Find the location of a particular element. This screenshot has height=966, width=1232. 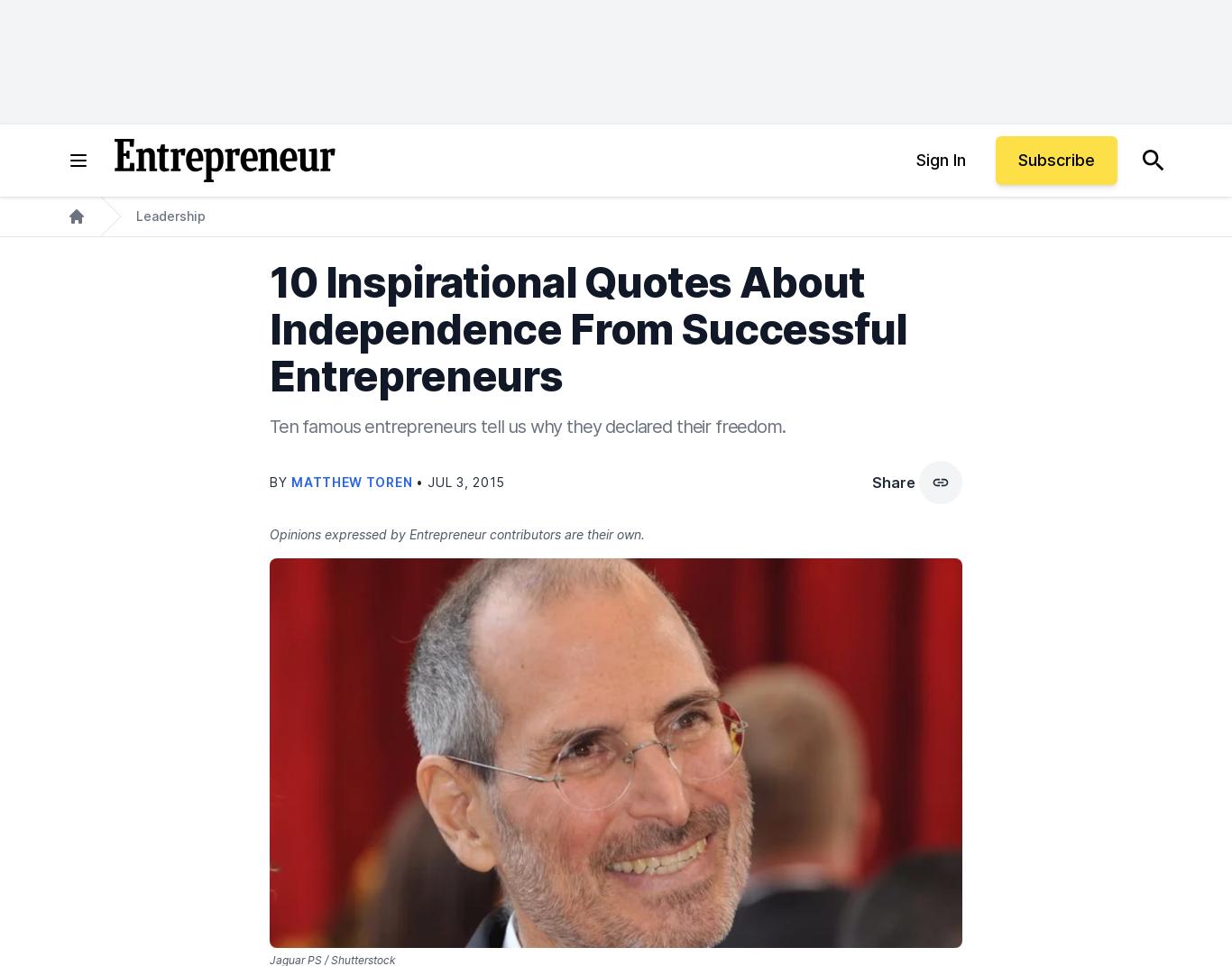

'Why You Should Drink Coffee Before You Nap' is located at coordinates (516, 606).